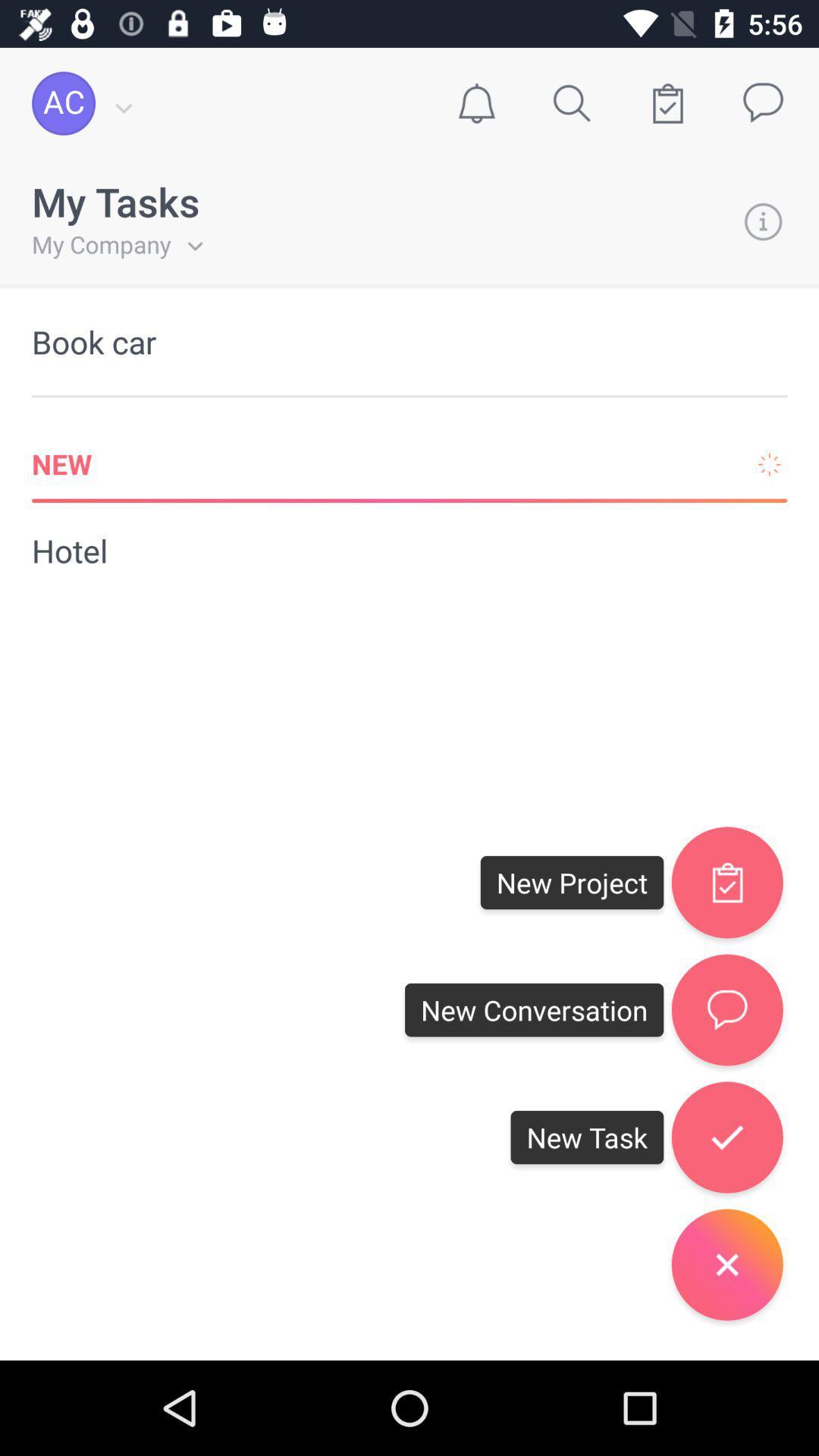 The width and height of the screenshot is (819, 1456). Describe the element at coordinates (726, 1264) in the screenshot. I see `the close icon` at that location.